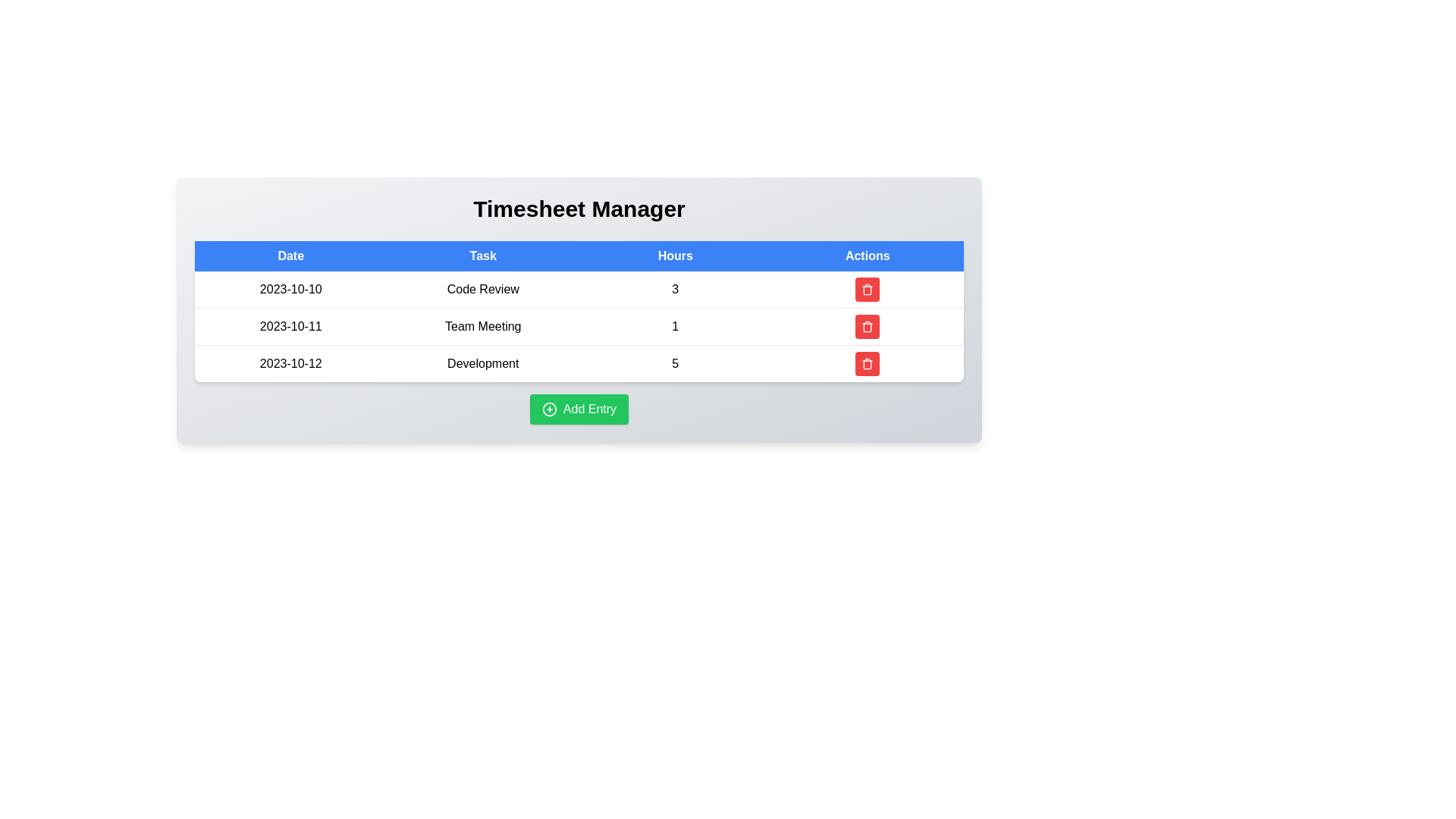 The height and width of the screenshot is (819, 1456). I want to click on value of the centered-aligned text '5' located in the third row of the 'Hours' column in a table-like structure, aligned with 'Development', so click(674, 363).